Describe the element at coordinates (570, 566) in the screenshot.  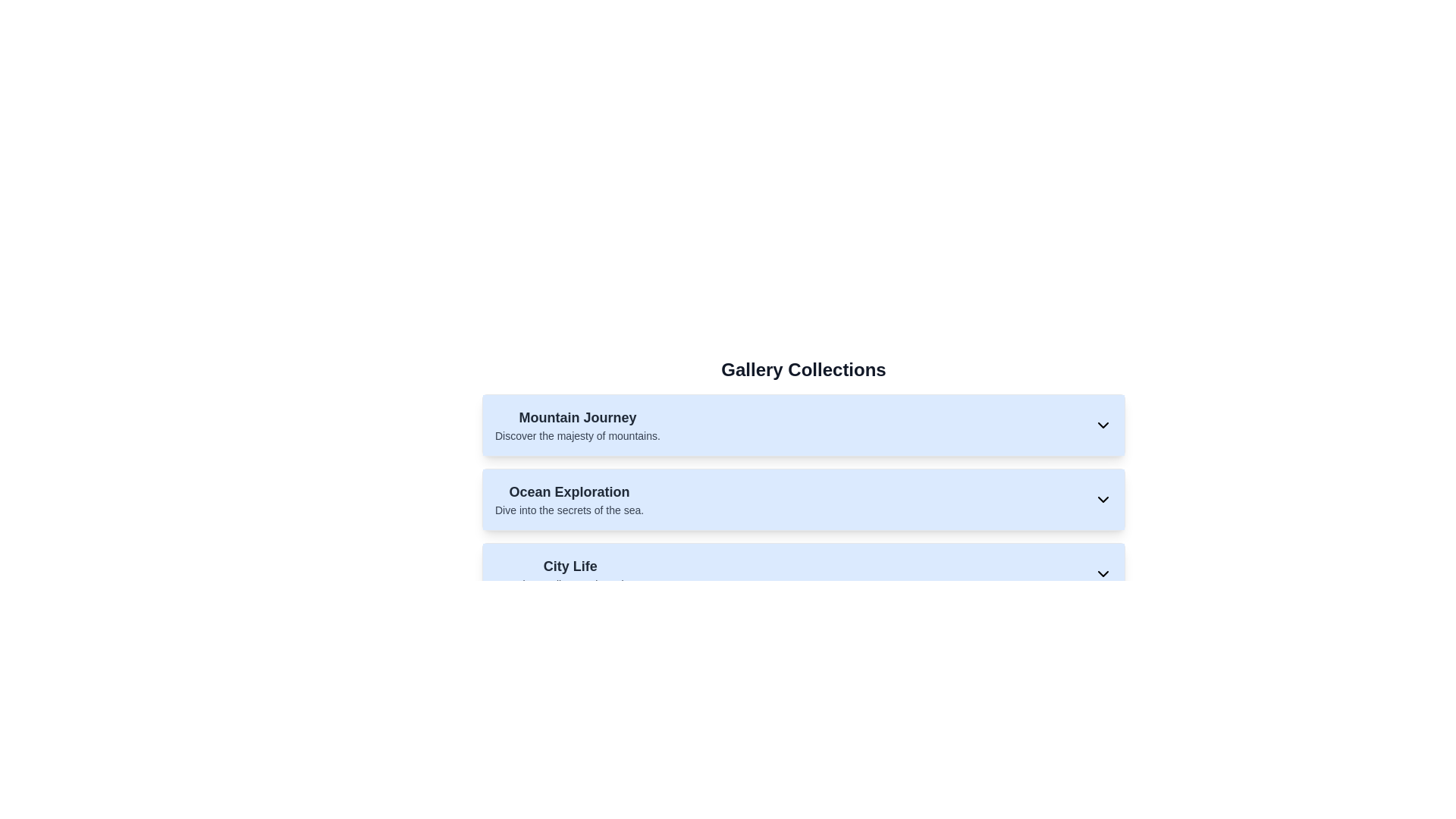
I see `the 'City Life' section title label, which is located in the third section of the interface, above the descriptive text 'Experience vibrant urban views.'` at that location.